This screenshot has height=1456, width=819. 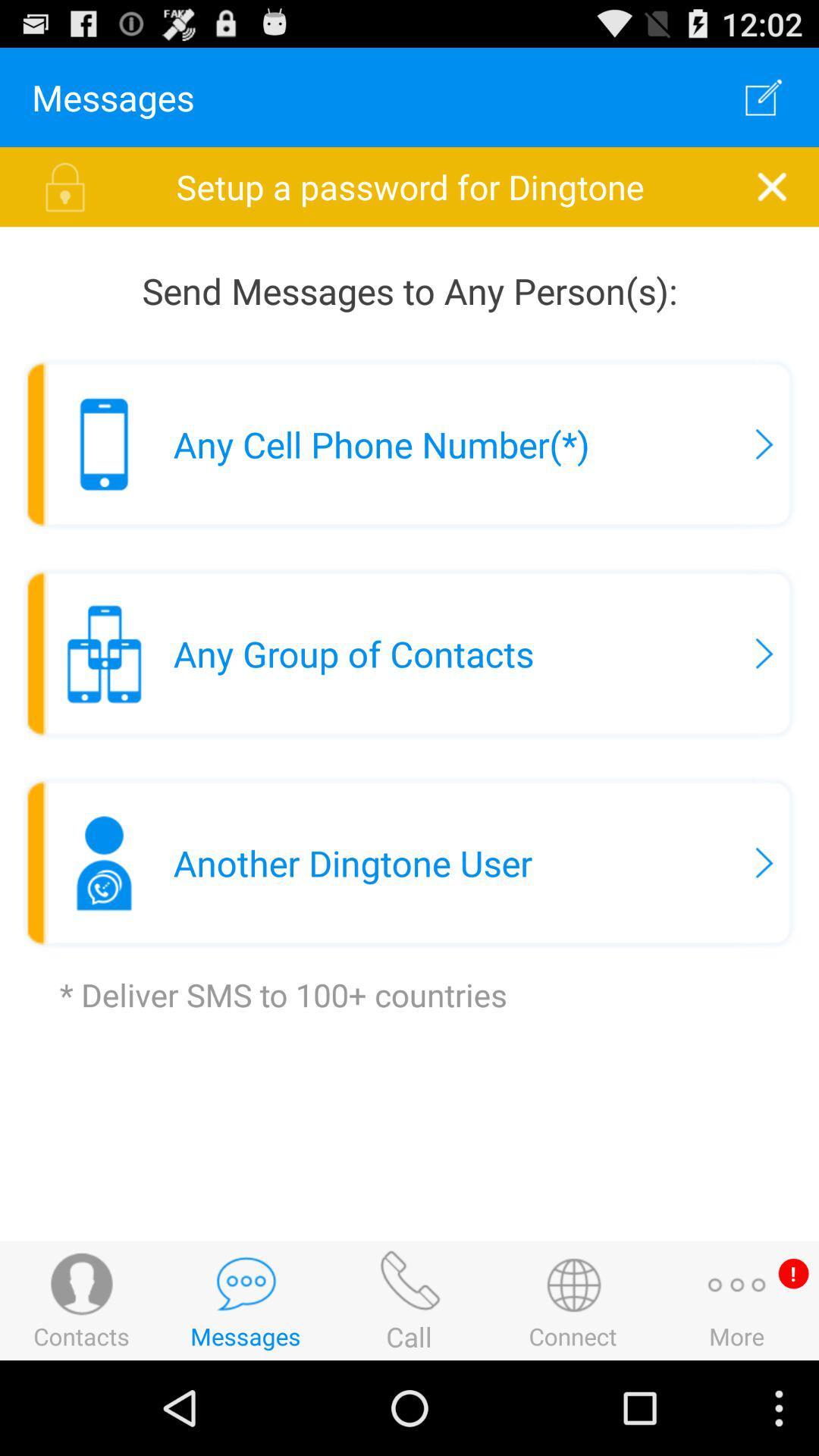 What do you see at coordinates (764, 96) in the screenshot?
I see `a message` at bounding box center [764, 96].